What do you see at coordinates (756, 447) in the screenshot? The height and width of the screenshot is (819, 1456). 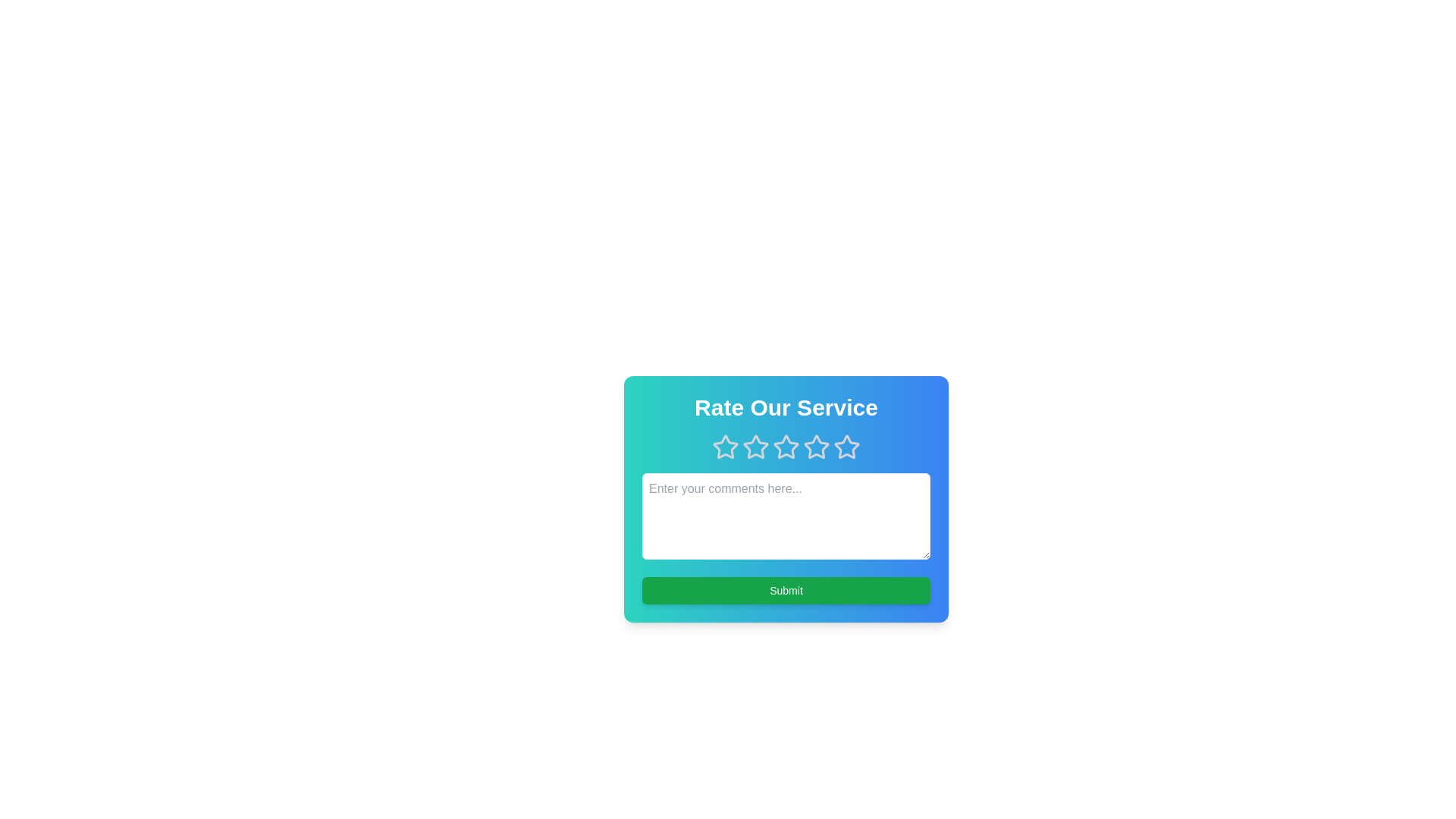 I see `the star corresponding to the desired rating value 2` at bounding box center [756, 447].